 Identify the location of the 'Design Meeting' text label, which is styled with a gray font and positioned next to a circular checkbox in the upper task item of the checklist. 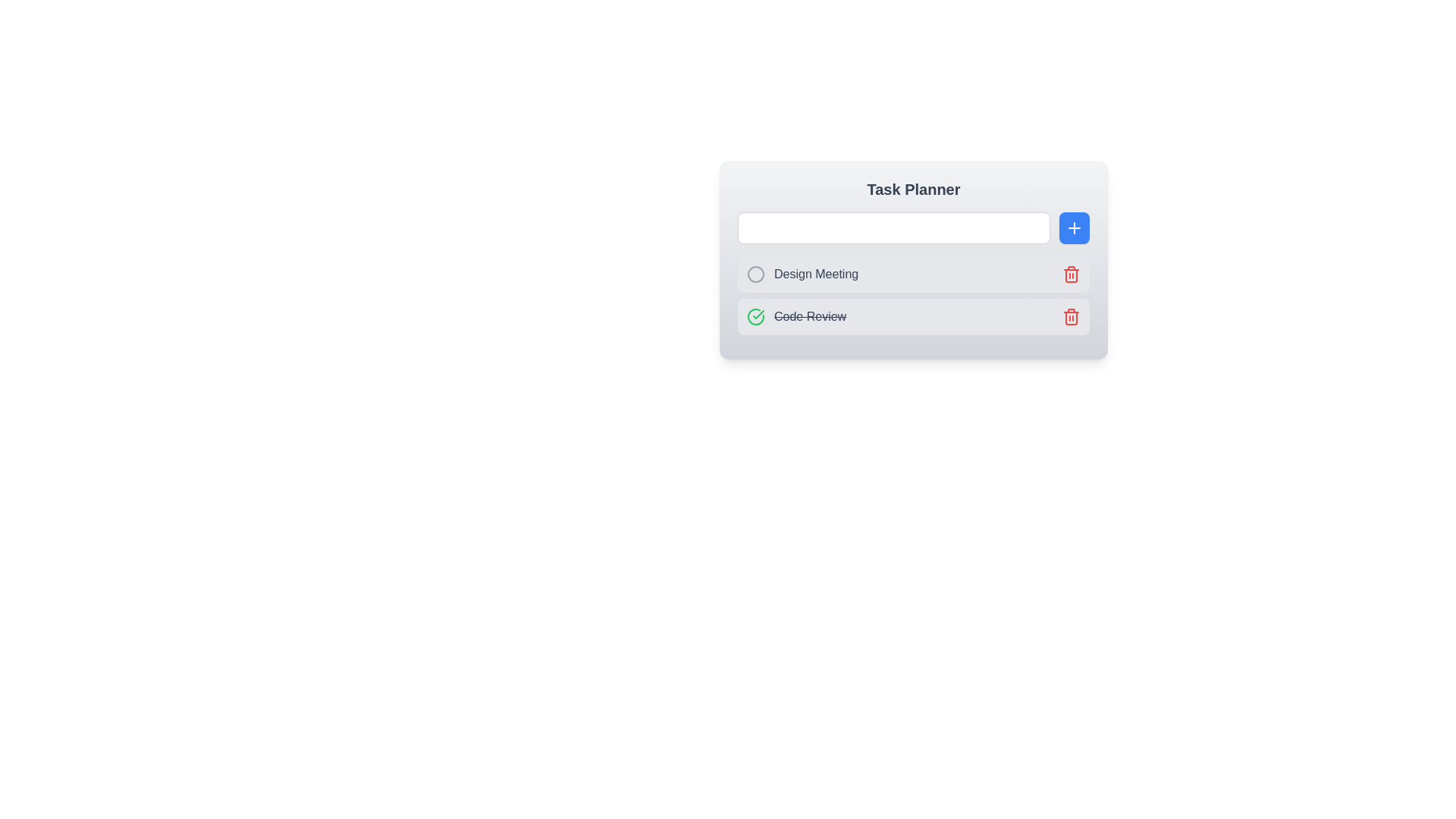
(802, 275).